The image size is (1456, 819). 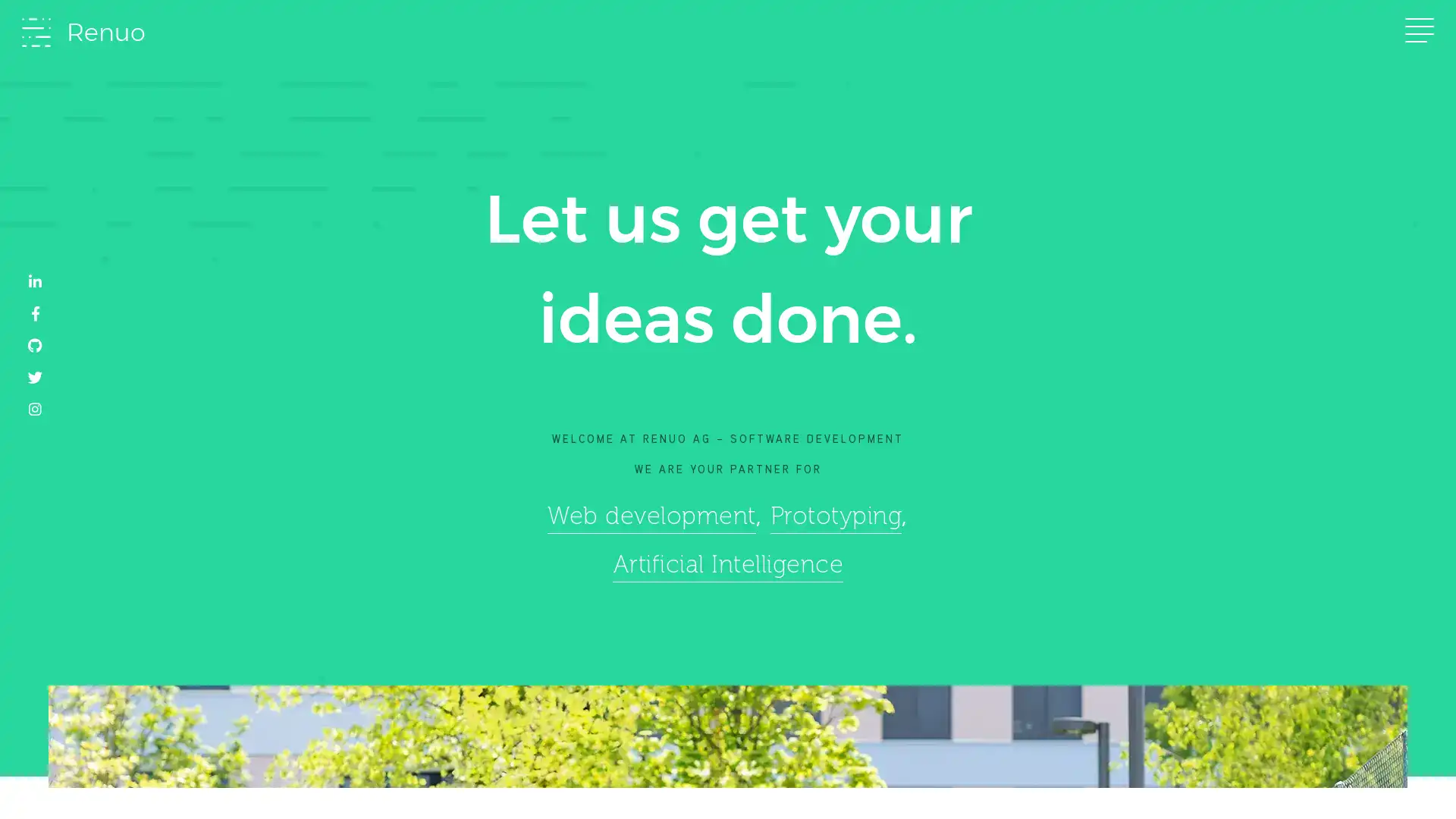 I want to click on Toggle navigation, so click(x=1419, y=30).